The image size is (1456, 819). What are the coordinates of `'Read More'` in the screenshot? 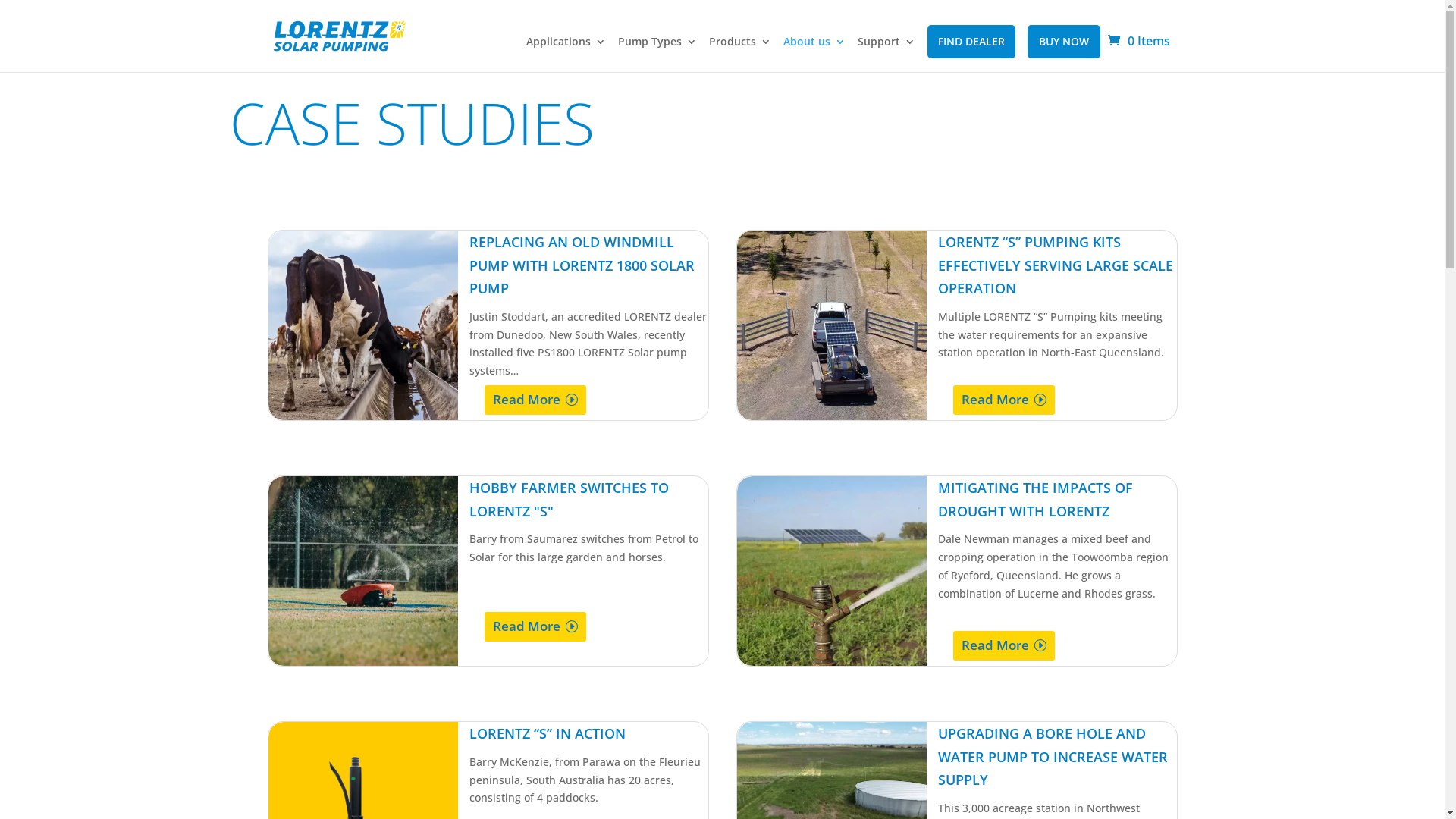 It's located at (535, 399).